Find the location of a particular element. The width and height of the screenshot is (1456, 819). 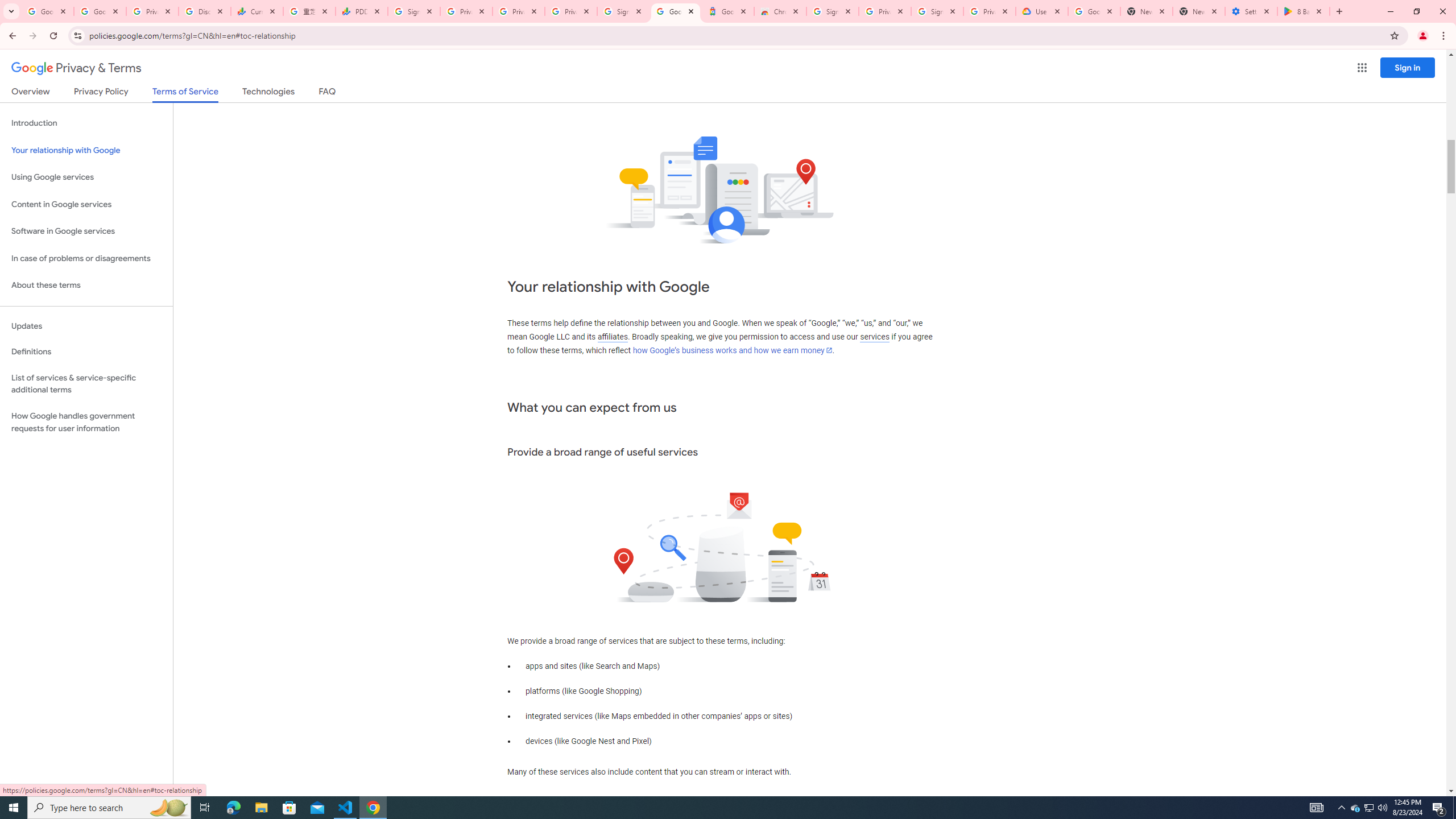

'Definitions' is located at coordinates (86, 351).